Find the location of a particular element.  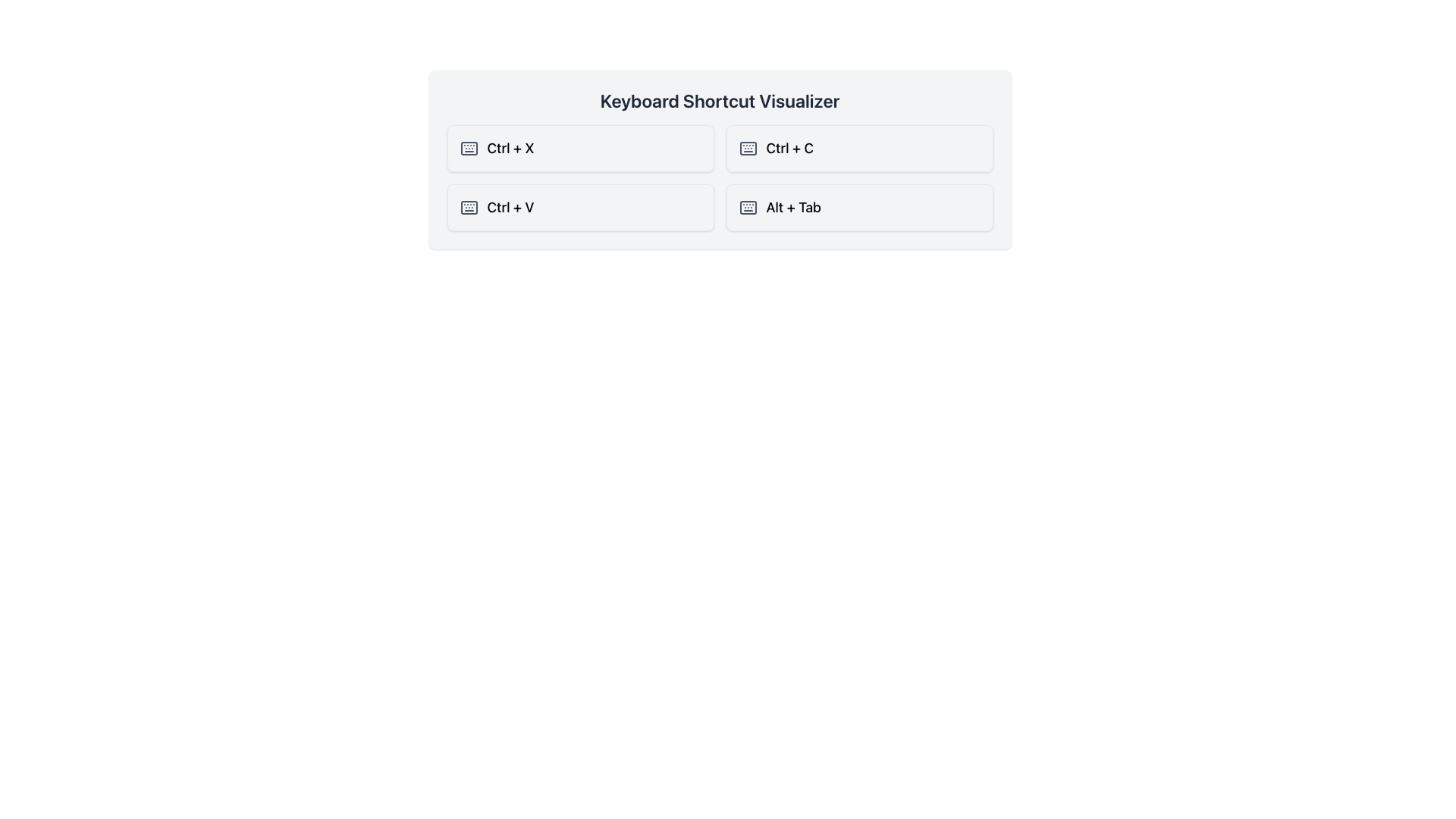

the icon representing the keyboard shortcut 'Ctrl + V', which is located on the left side of its respective list item, adjacent to the descriptive text is located at coordinates (468, 207).